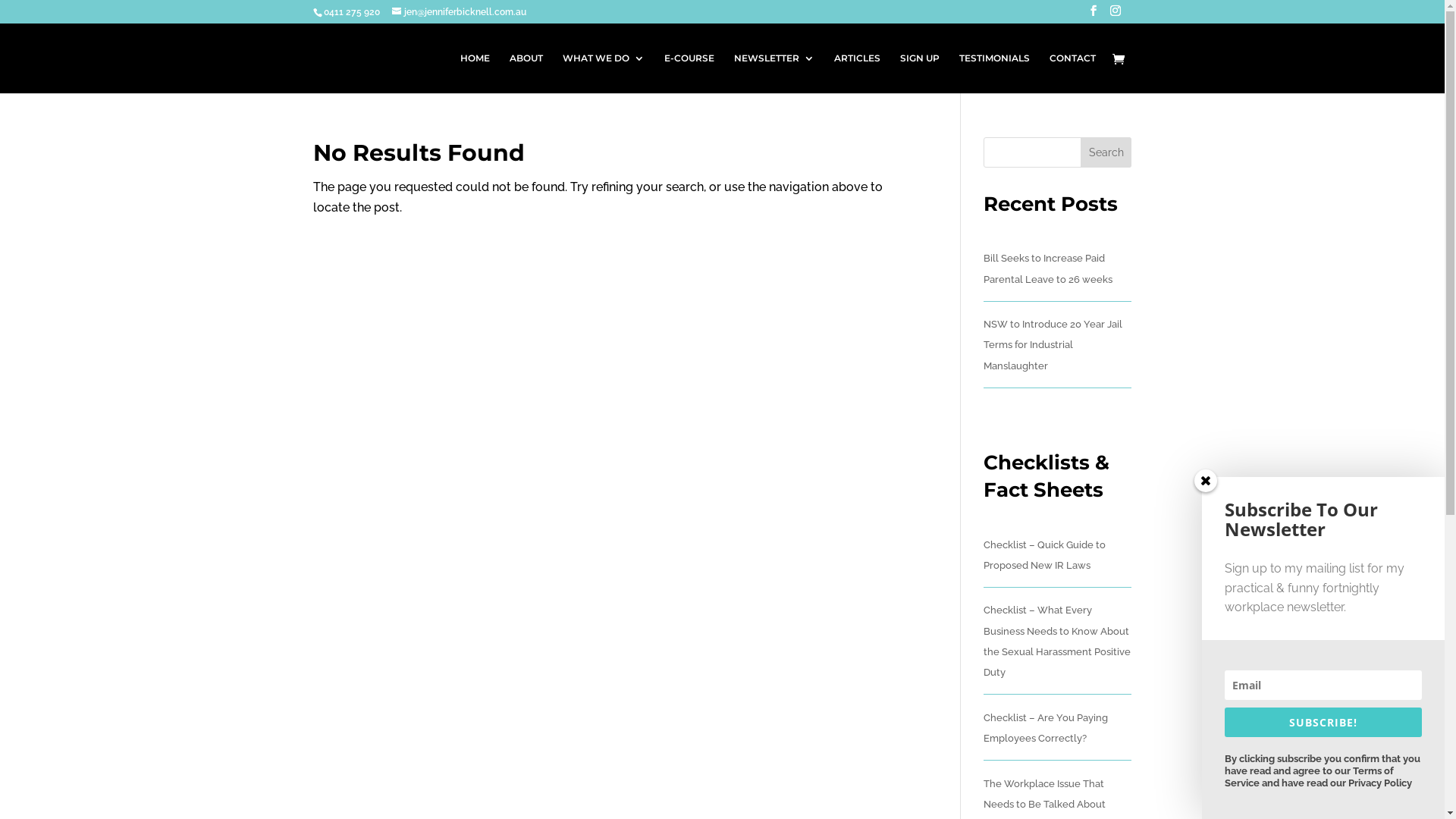  What do you see at coordinates (688, 73) in the screenshot?
I see `'E-COURSE'` at bounding box center [688, 73].